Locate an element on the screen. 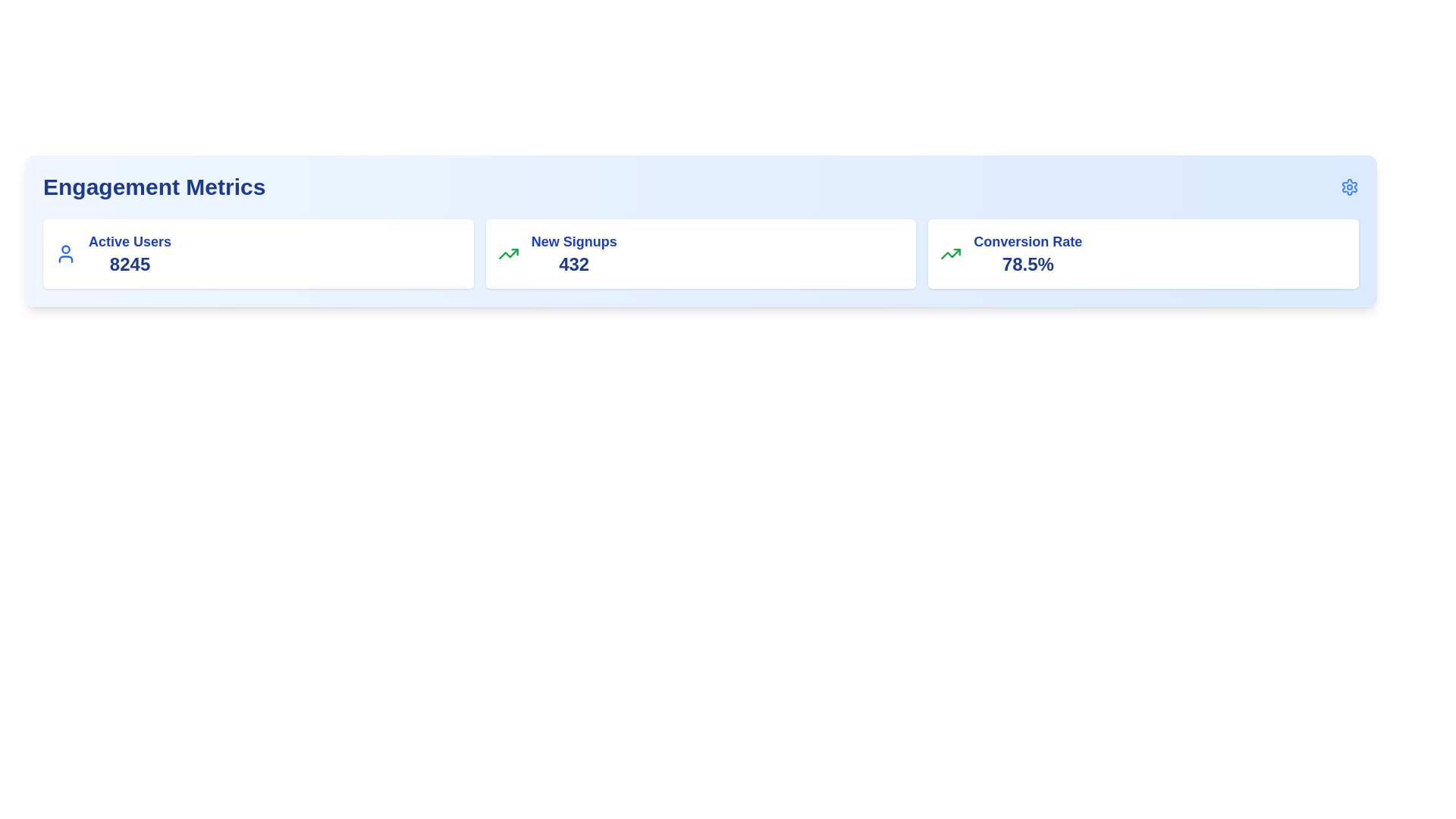 The width and height of the screenshot is (1456, 819). the small, green, upwards-trending line arrow icon located to the immediate left of the text 'Conversion Rate' in the metrics display panel is located at coordinates (508, 253).